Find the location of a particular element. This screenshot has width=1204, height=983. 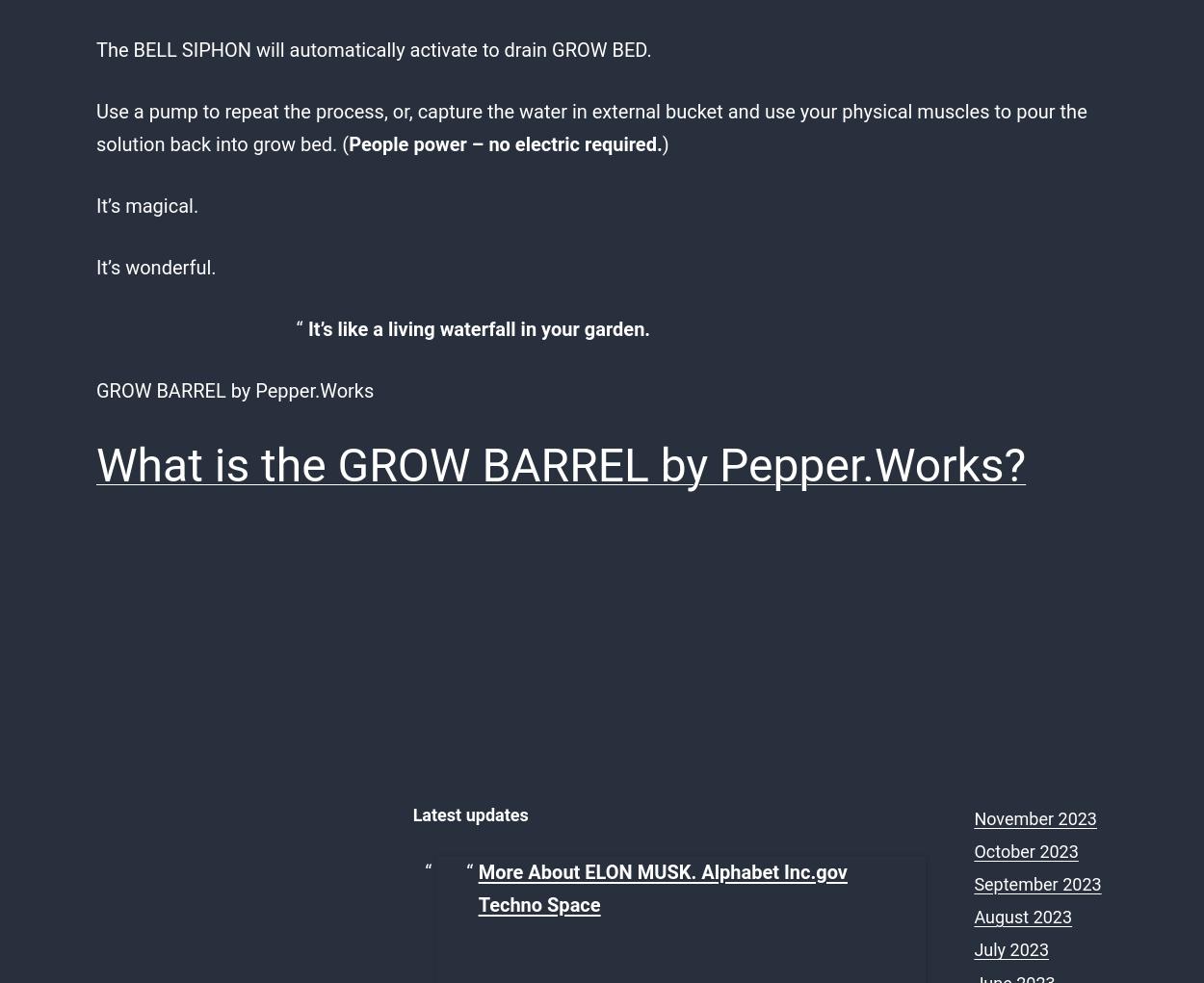

'People power – no electric required.' is located at coordinates (505, 143).